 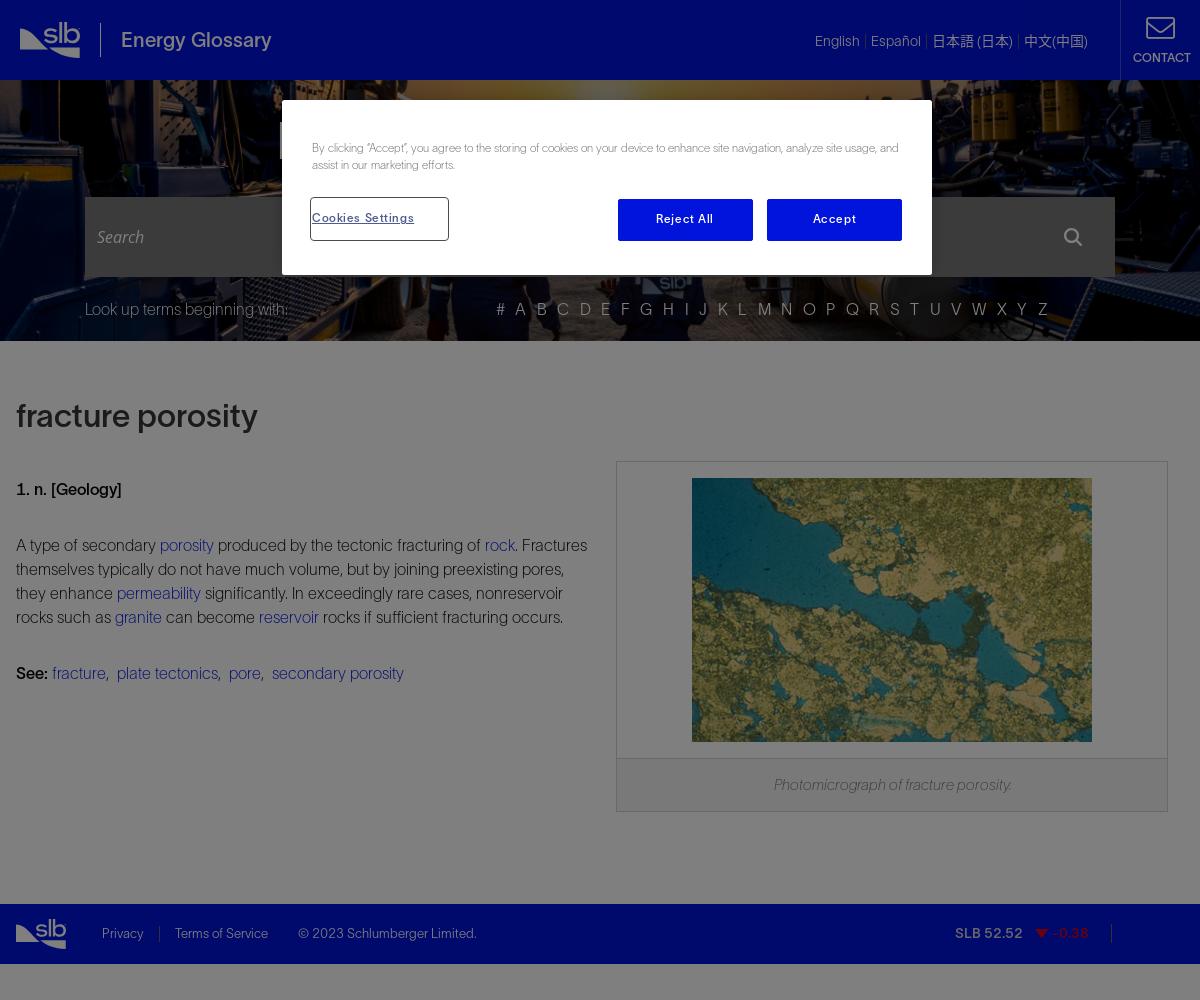 I want to click on '1. n. [Geology]', so click(x=69, y=487).